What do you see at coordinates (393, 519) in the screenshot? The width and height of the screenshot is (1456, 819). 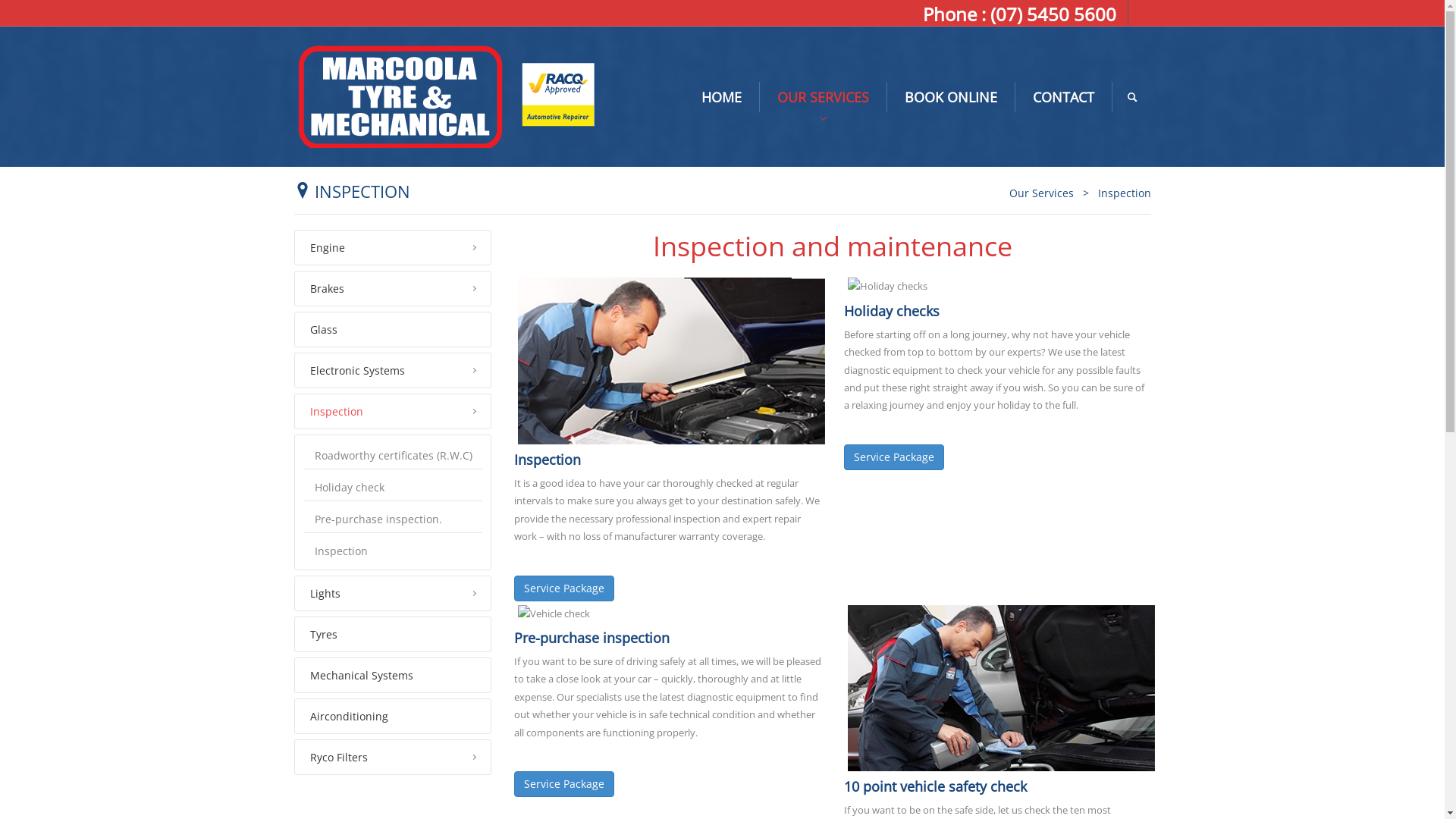 I see `'Pre-purchase inspection.'` at bounding box center [393, 519].